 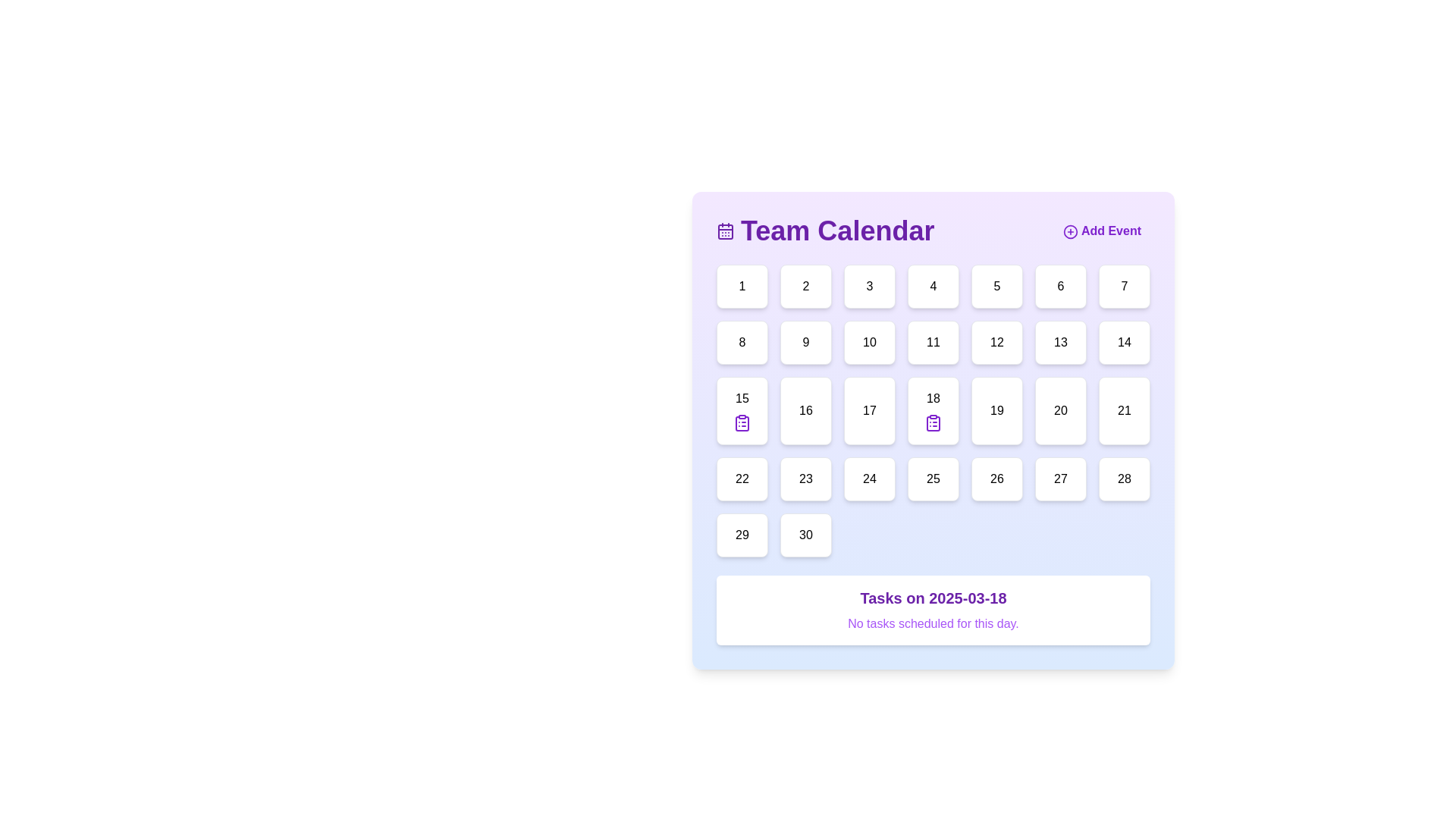 What do you see at coordinates (870, 479) in the screenshot?
I see `the white rounded rectangular button labeled '24' located in the last row, fourth column of the calendar layout` at bounding box center [870, 479].